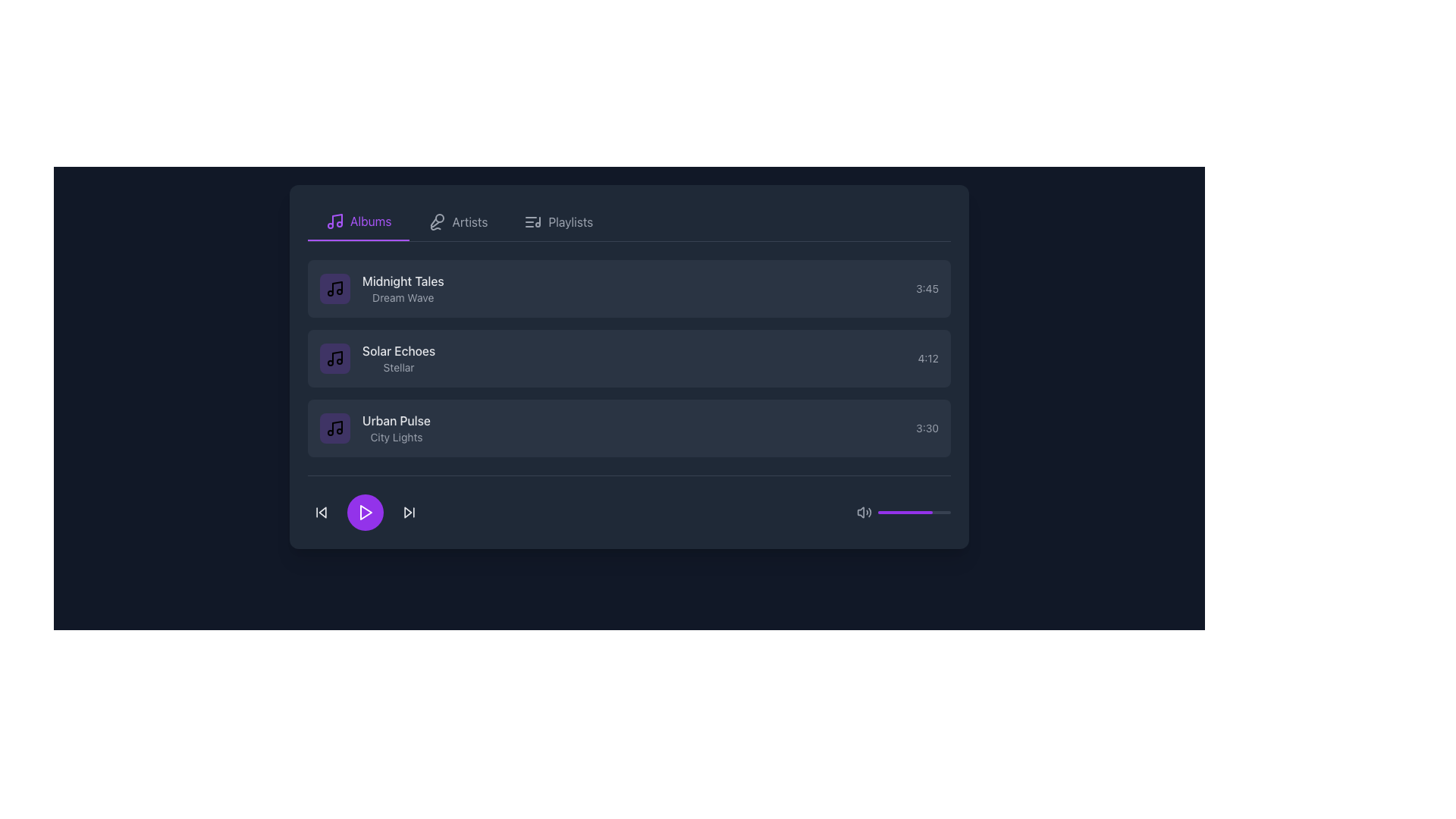  Describe the element at coordinates (334, 359) in the screenshot. I see `the musical note icon that is centrally located within a square purple background box, the first icon listed under 'Albums'` at that location.